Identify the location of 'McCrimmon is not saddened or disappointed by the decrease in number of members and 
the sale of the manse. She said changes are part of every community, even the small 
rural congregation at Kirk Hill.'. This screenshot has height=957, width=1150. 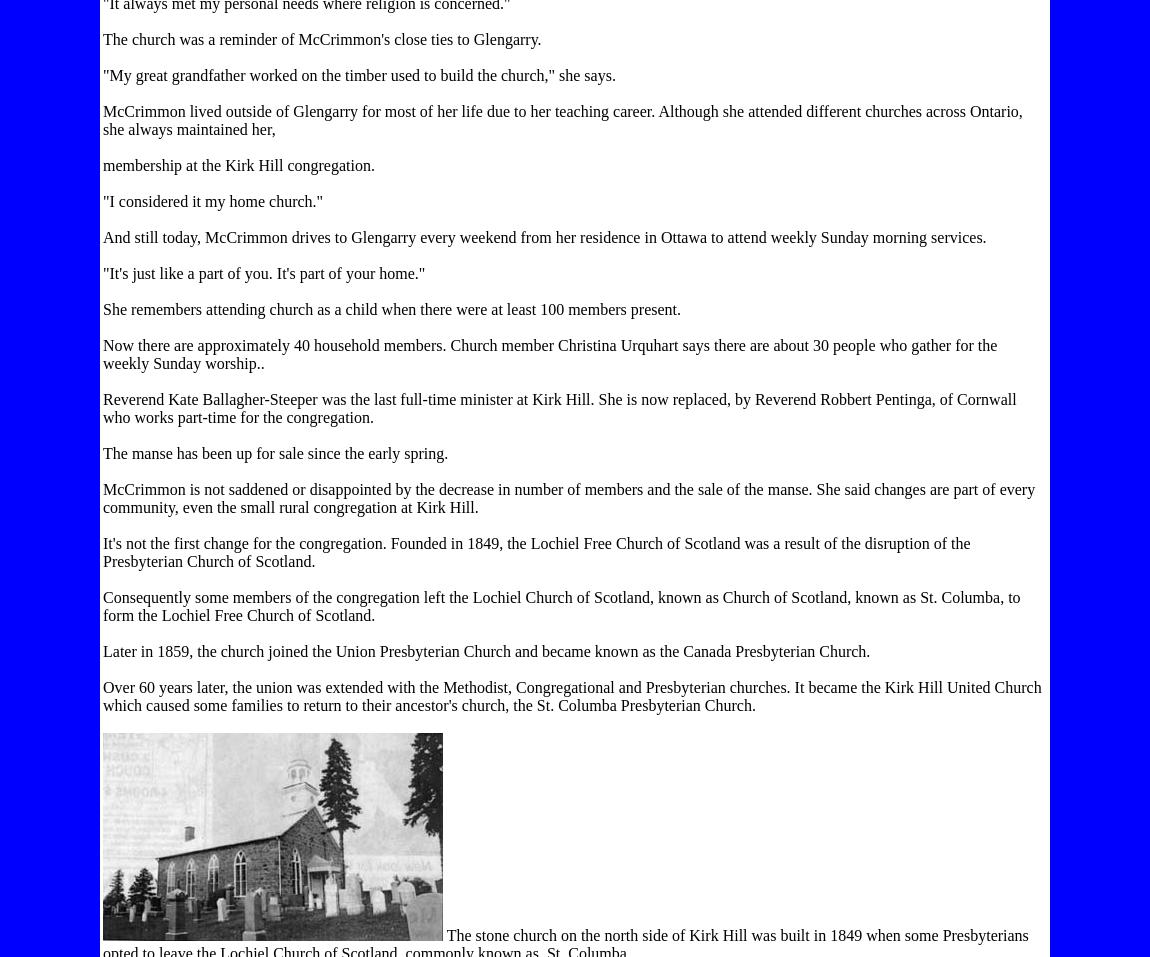
(569, 498).